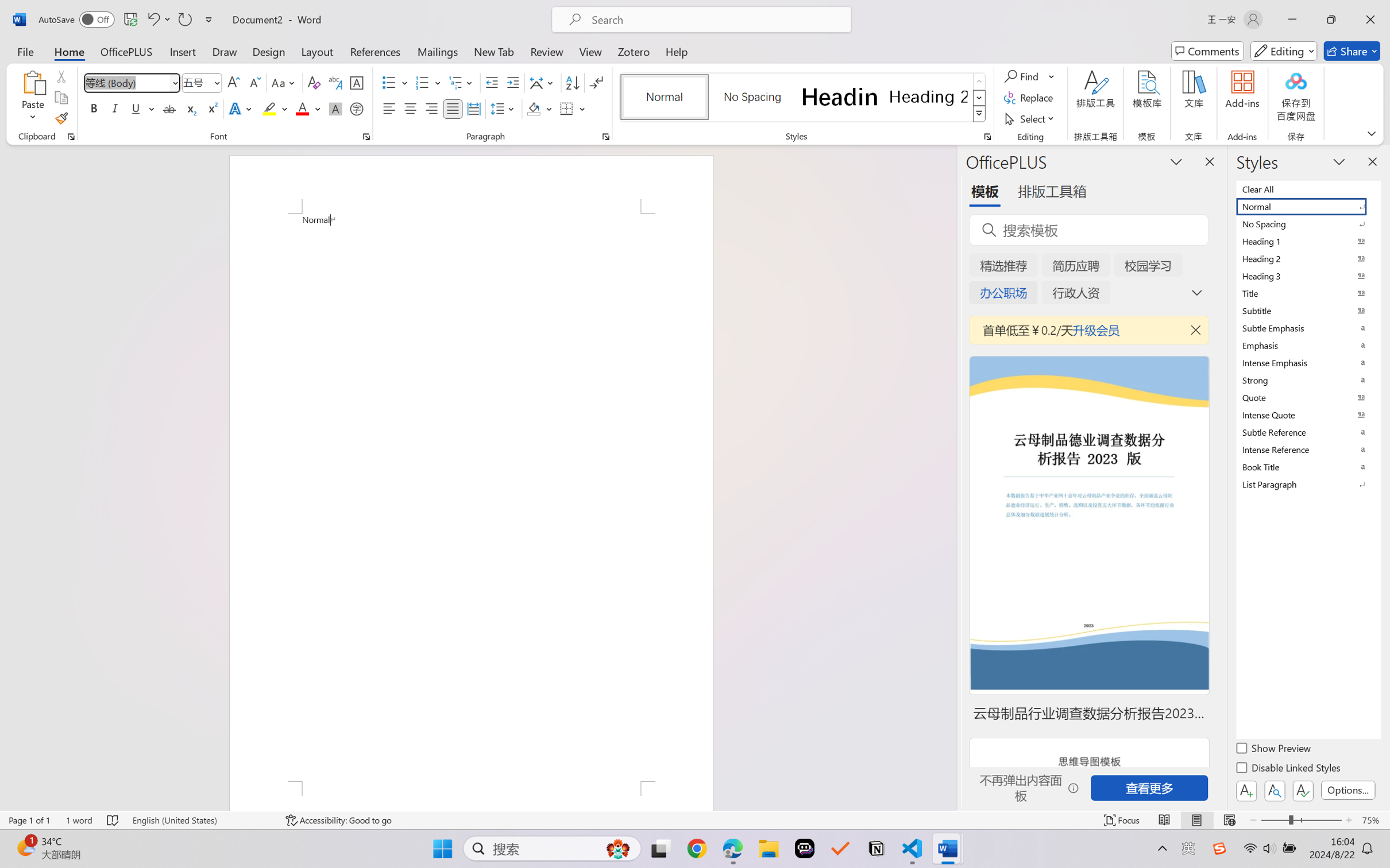  I want to click on 'AutomationID: QuickStylesGallery', so click(802, 98).